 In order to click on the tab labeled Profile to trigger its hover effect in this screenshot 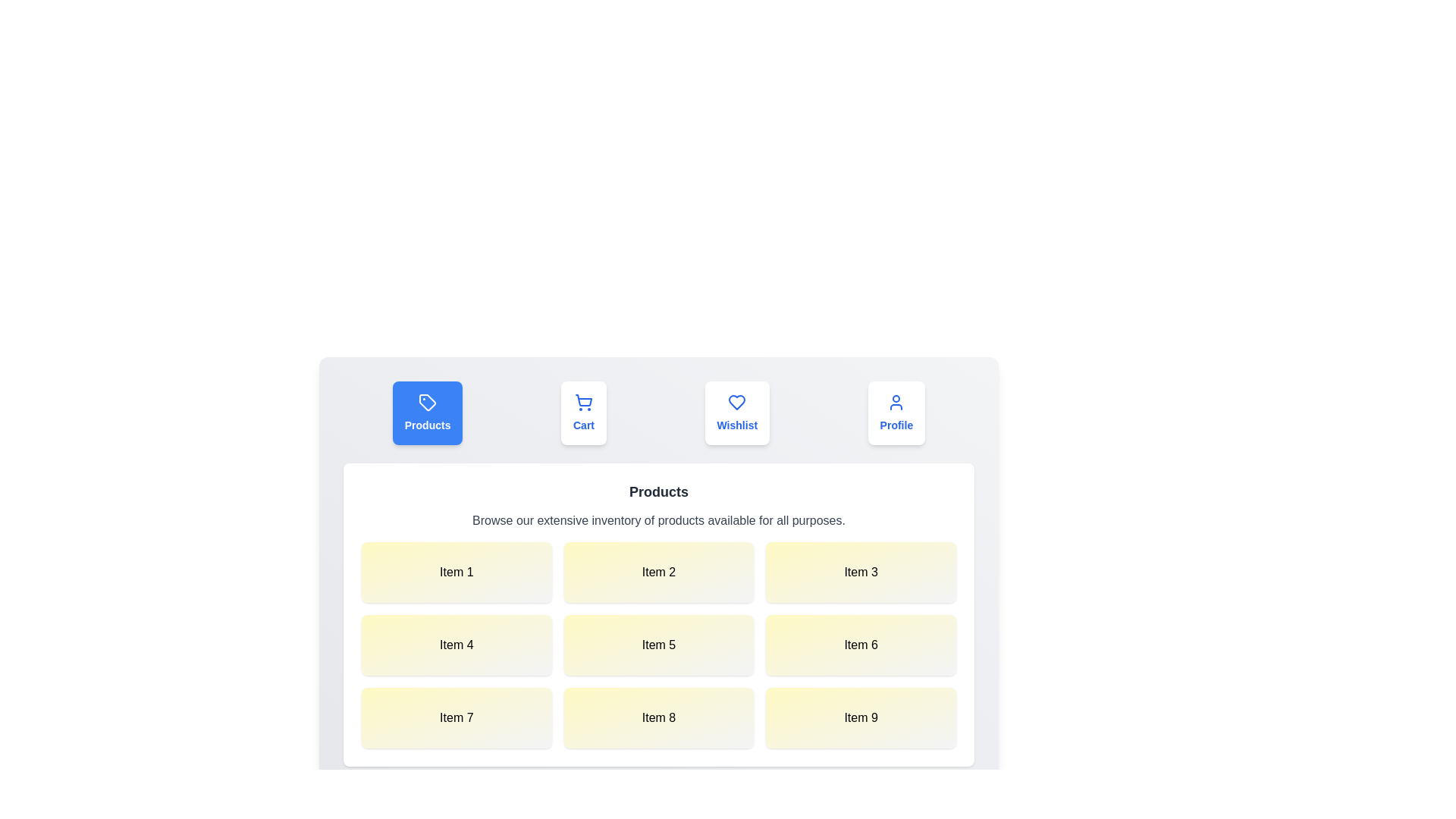, I will do `click(896, 413)`.